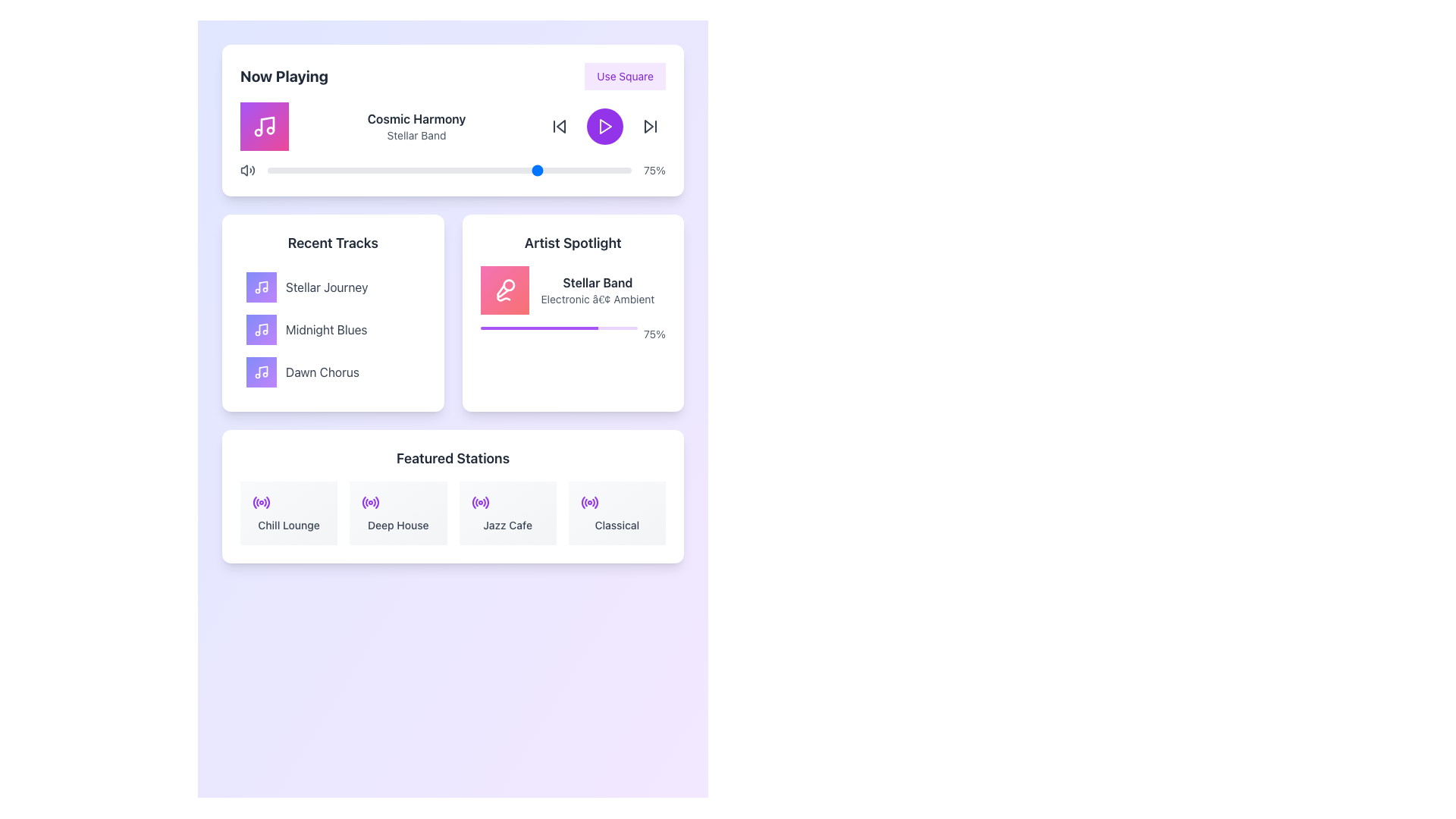  Describe the element at coordinates (626, 327) in the screenshot. I see `progress` at that location.